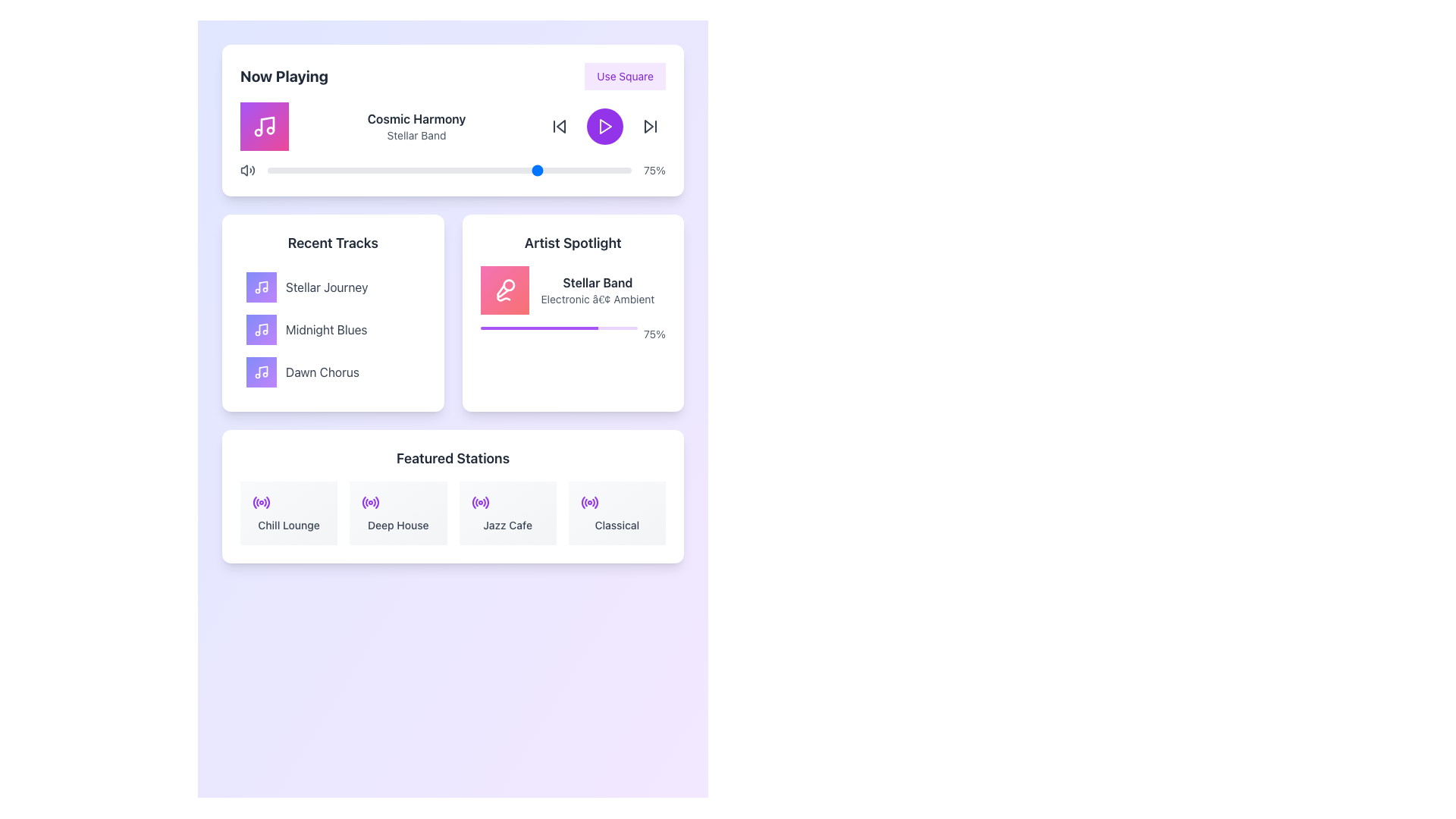  Describe the element at coordinates (626, 327) in the screenshot. I see `progress` at that location.